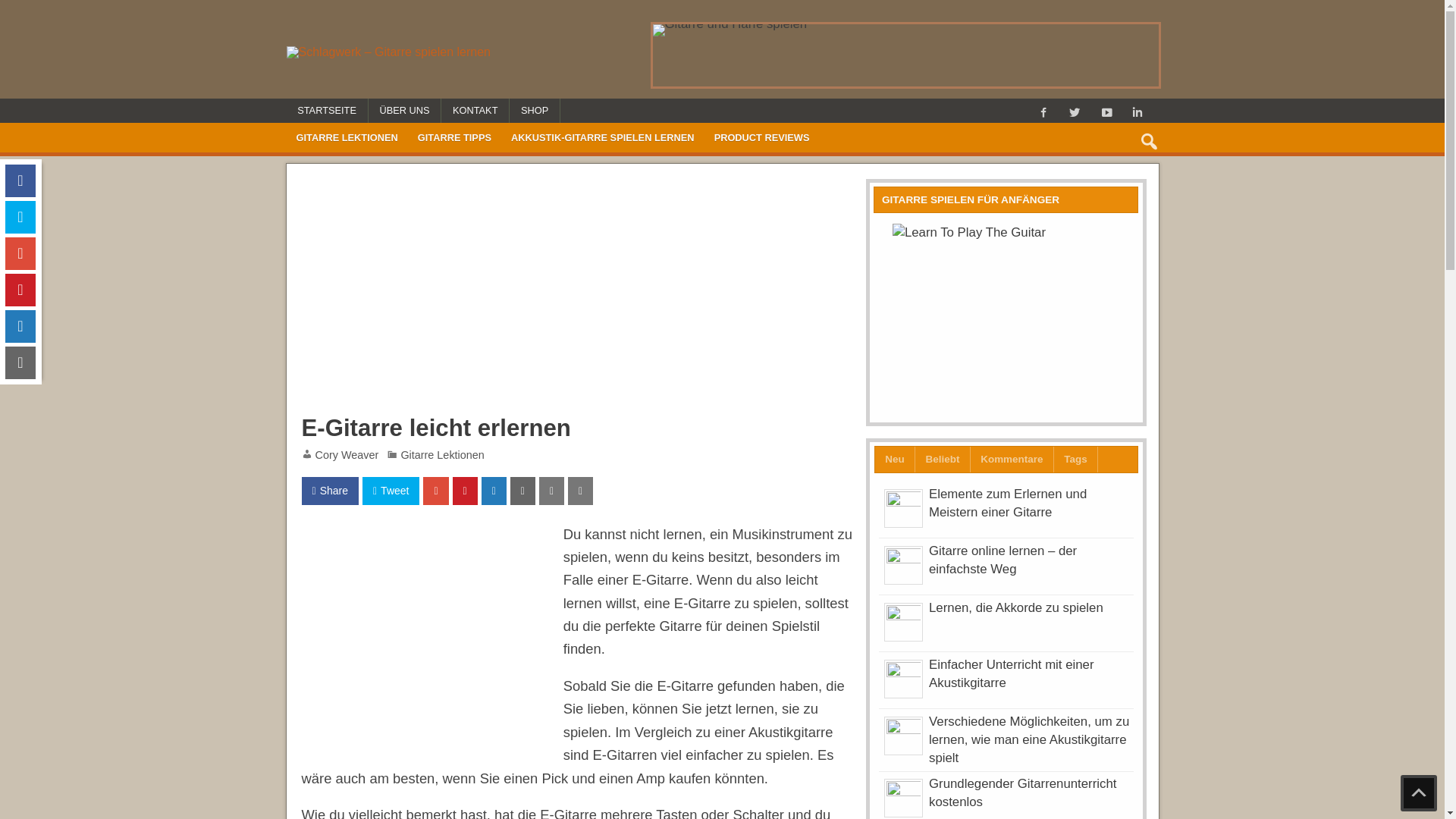 This screenshot has height=819, width=1456. What do you see at coordinates (20, 325) in the screenshot?
I see `'Share On Linkedin'` at bounding box center [20, 325].